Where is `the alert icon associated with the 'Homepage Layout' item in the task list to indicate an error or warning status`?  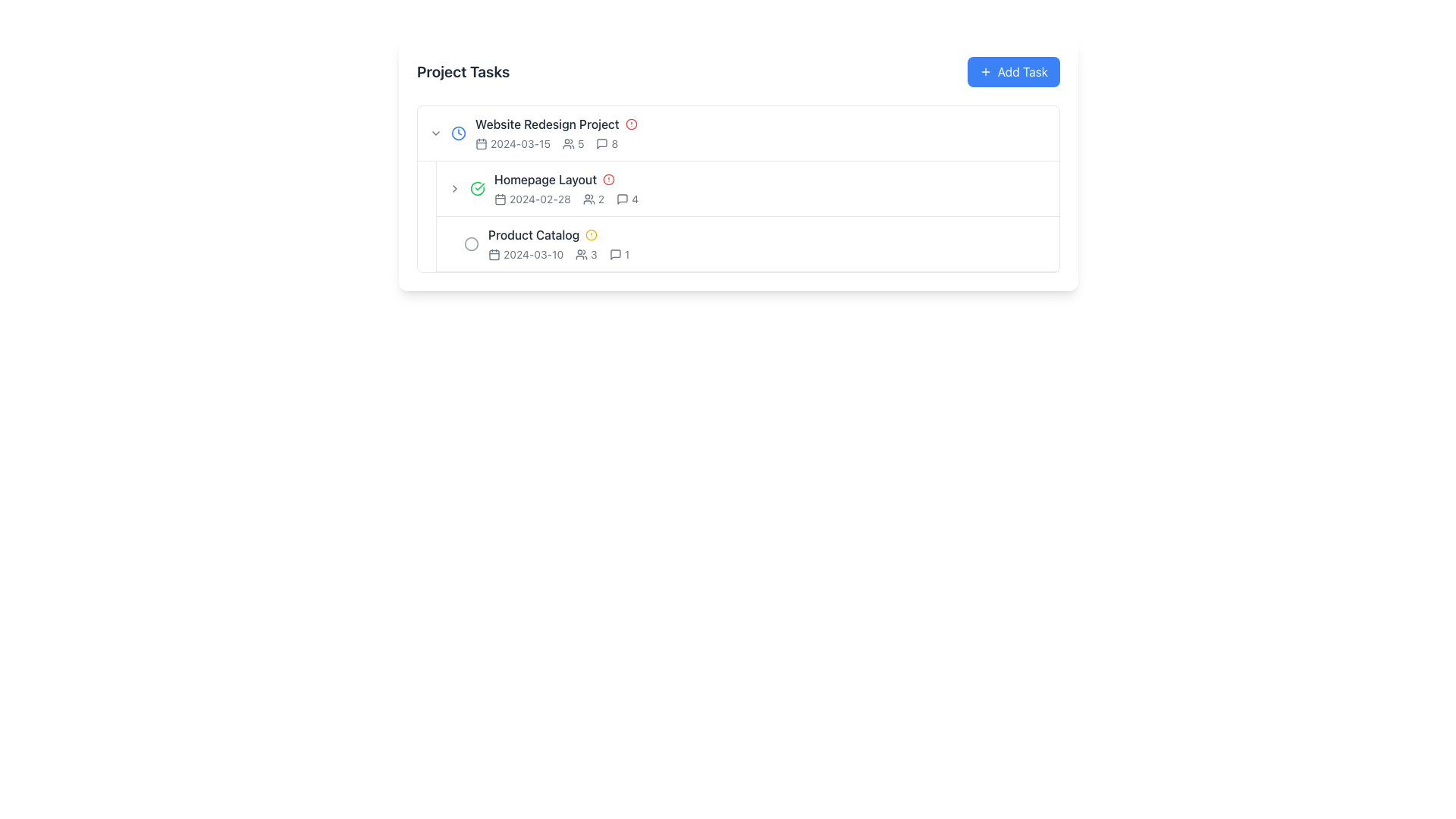
the alert icon associated with the 'Homepage Layout' item in the task list to indicate an error or warning status is located at coordinates (609, 178).